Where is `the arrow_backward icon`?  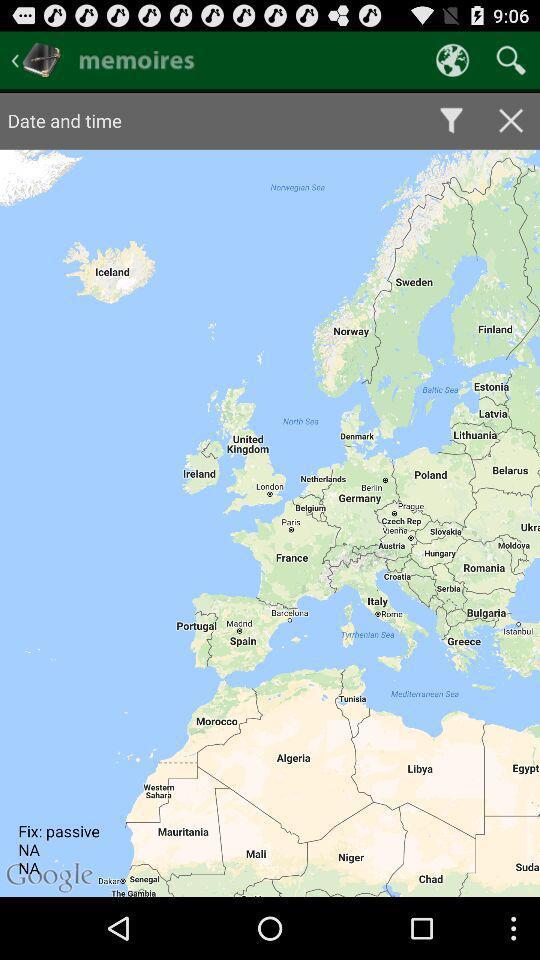 the arrow_backward icon is located at coordinates (36, 64).